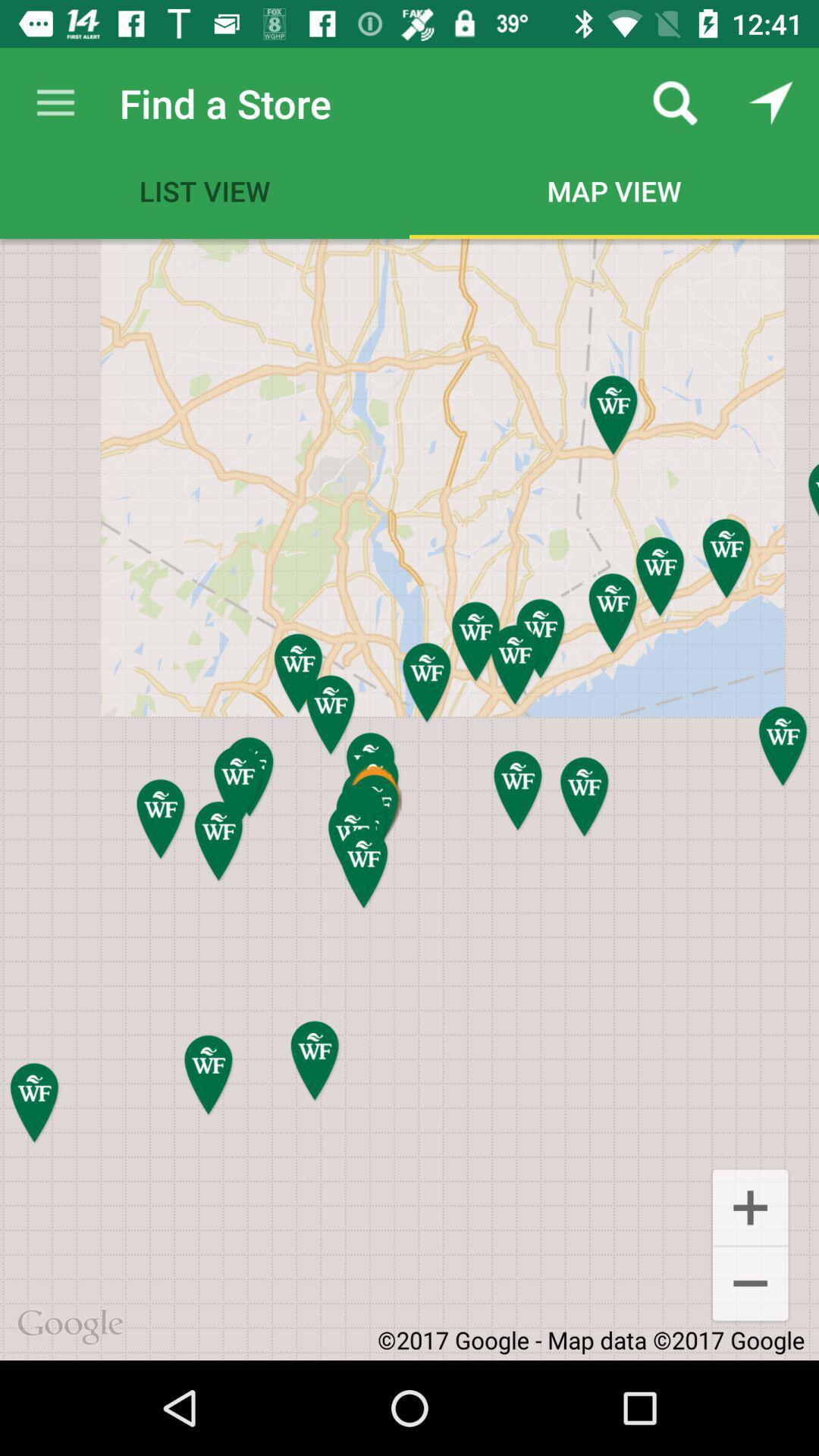  I want to click on item next to the find a store item, so click(55, 102).